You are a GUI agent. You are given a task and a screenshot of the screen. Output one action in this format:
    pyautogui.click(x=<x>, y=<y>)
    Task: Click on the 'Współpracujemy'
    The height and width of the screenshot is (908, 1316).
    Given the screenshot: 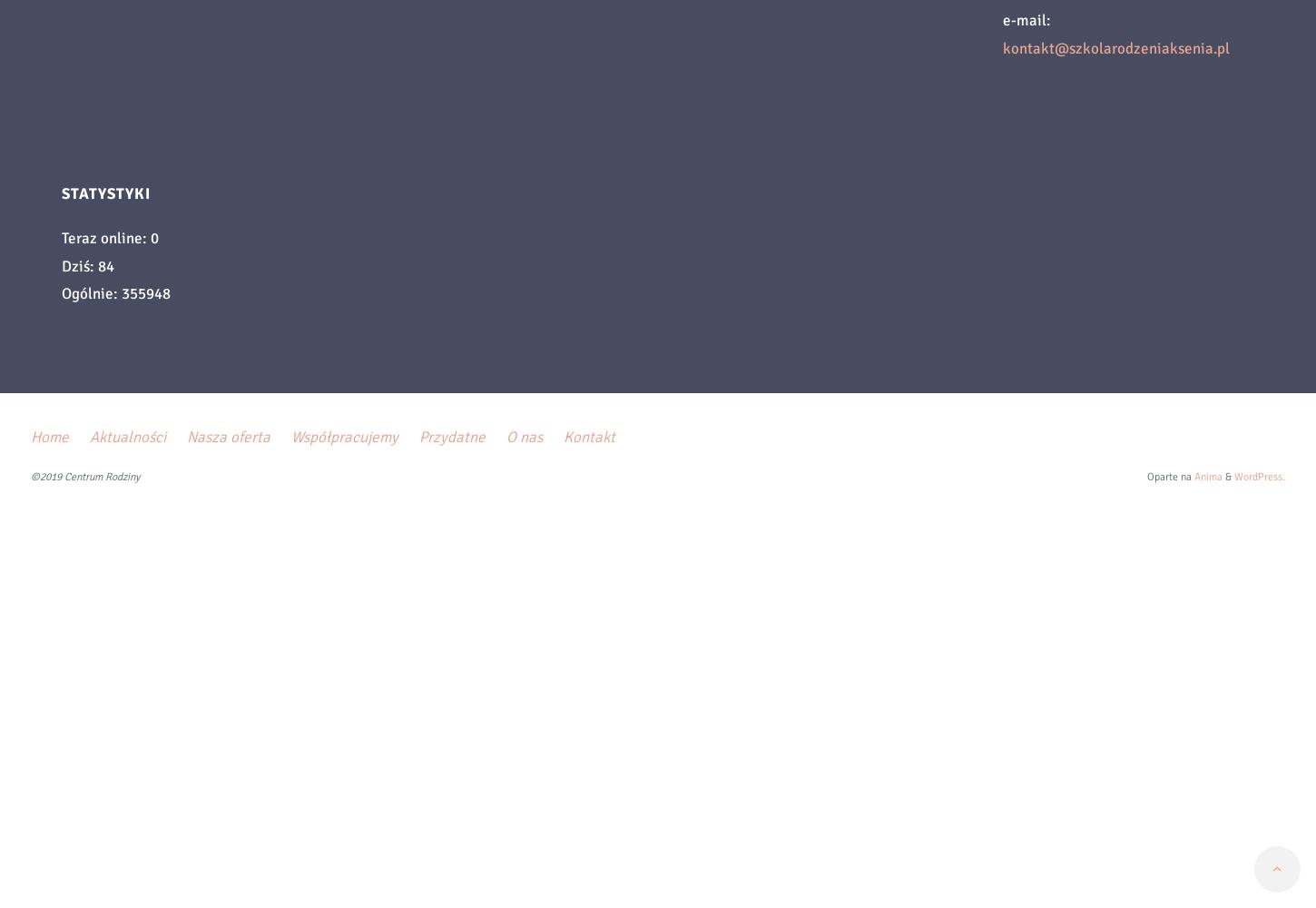 What is the action you would take?
    pyautogui.click(x=344, y=436)
    